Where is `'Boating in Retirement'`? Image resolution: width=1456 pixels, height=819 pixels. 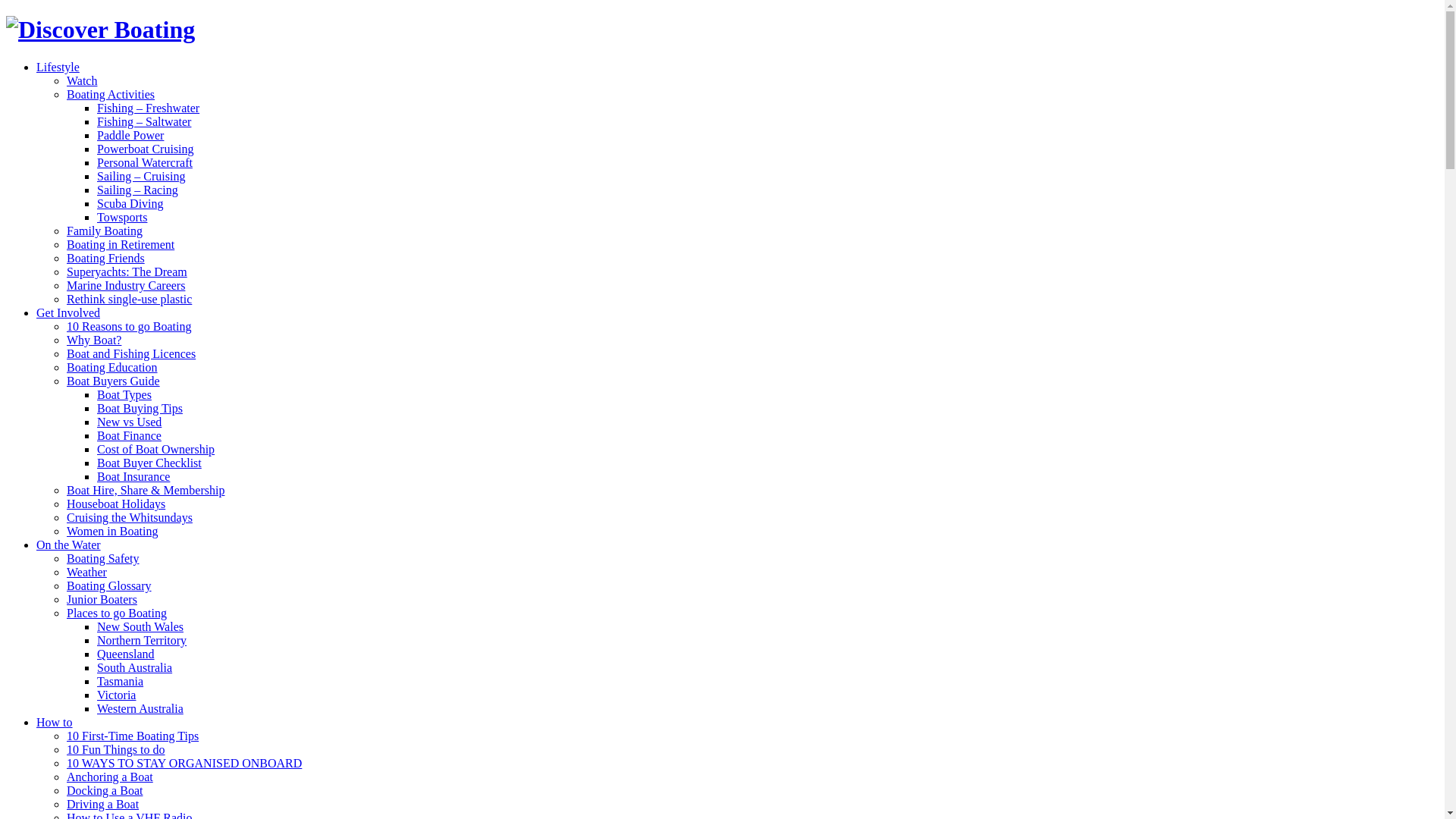 'Boating in Retirement' is located at coordinates (119, 243).